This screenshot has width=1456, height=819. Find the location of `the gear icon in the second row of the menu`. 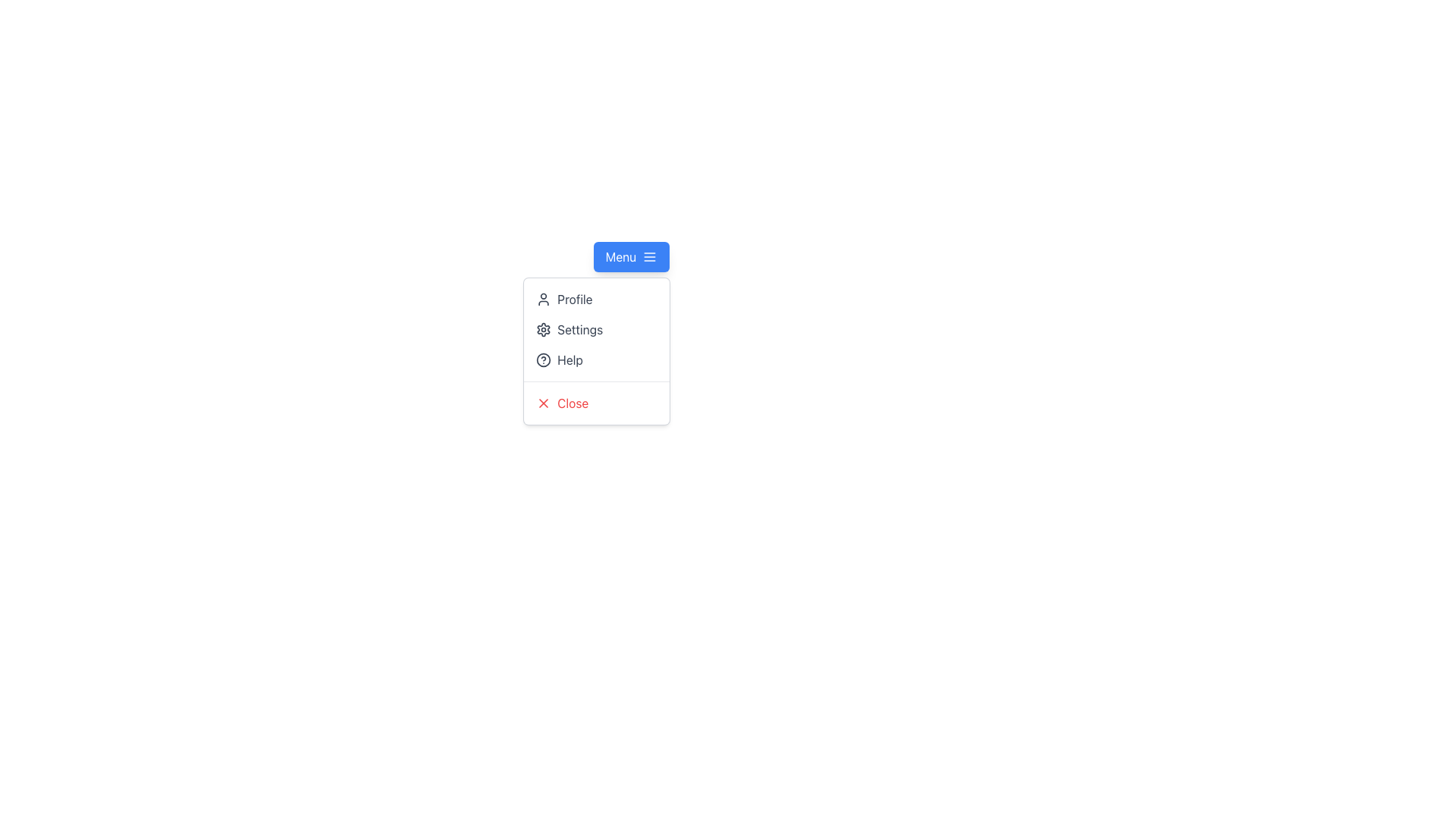

the gear icon in the second row of the menu is located at coordinates (544, 329).